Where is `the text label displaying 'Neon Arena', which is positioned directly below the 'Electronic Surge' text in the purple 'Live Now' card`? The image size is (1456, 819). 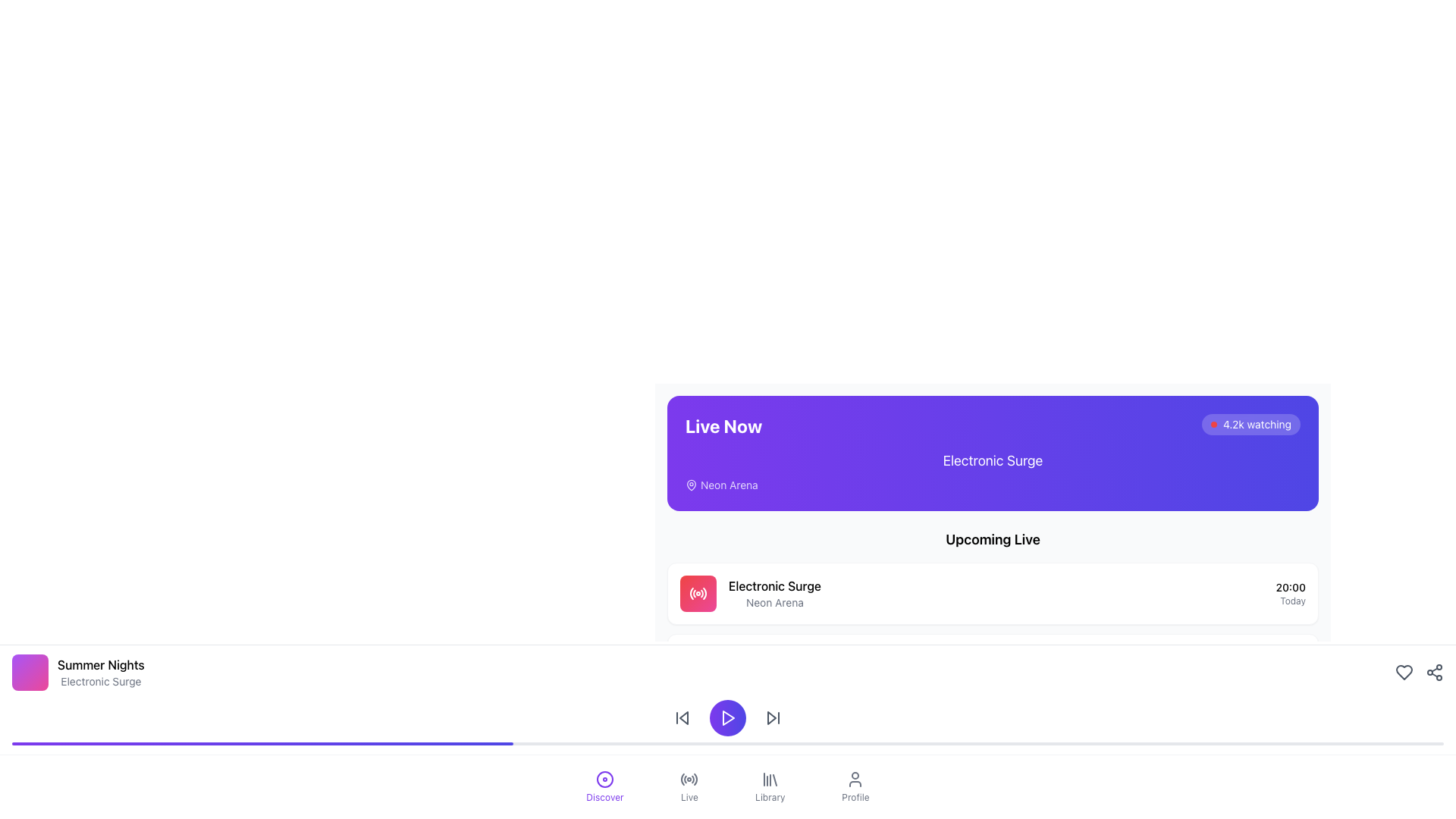
the text label displaying 'Neon Arena', which is positioned directly below the 'Electronic Surge' text in the purple 'Live Now' card is located at coordinates (775, 601).